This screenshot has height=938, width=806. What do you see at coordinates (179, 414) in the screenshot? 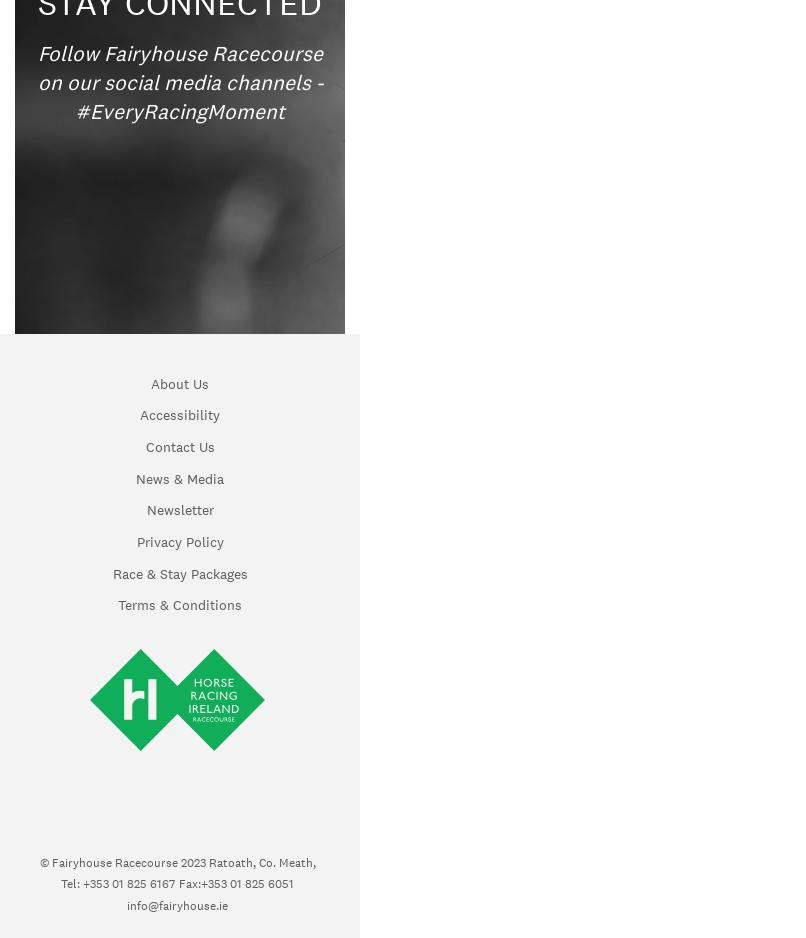
I see `'Accessibility'` at bounding box center [179, 414].